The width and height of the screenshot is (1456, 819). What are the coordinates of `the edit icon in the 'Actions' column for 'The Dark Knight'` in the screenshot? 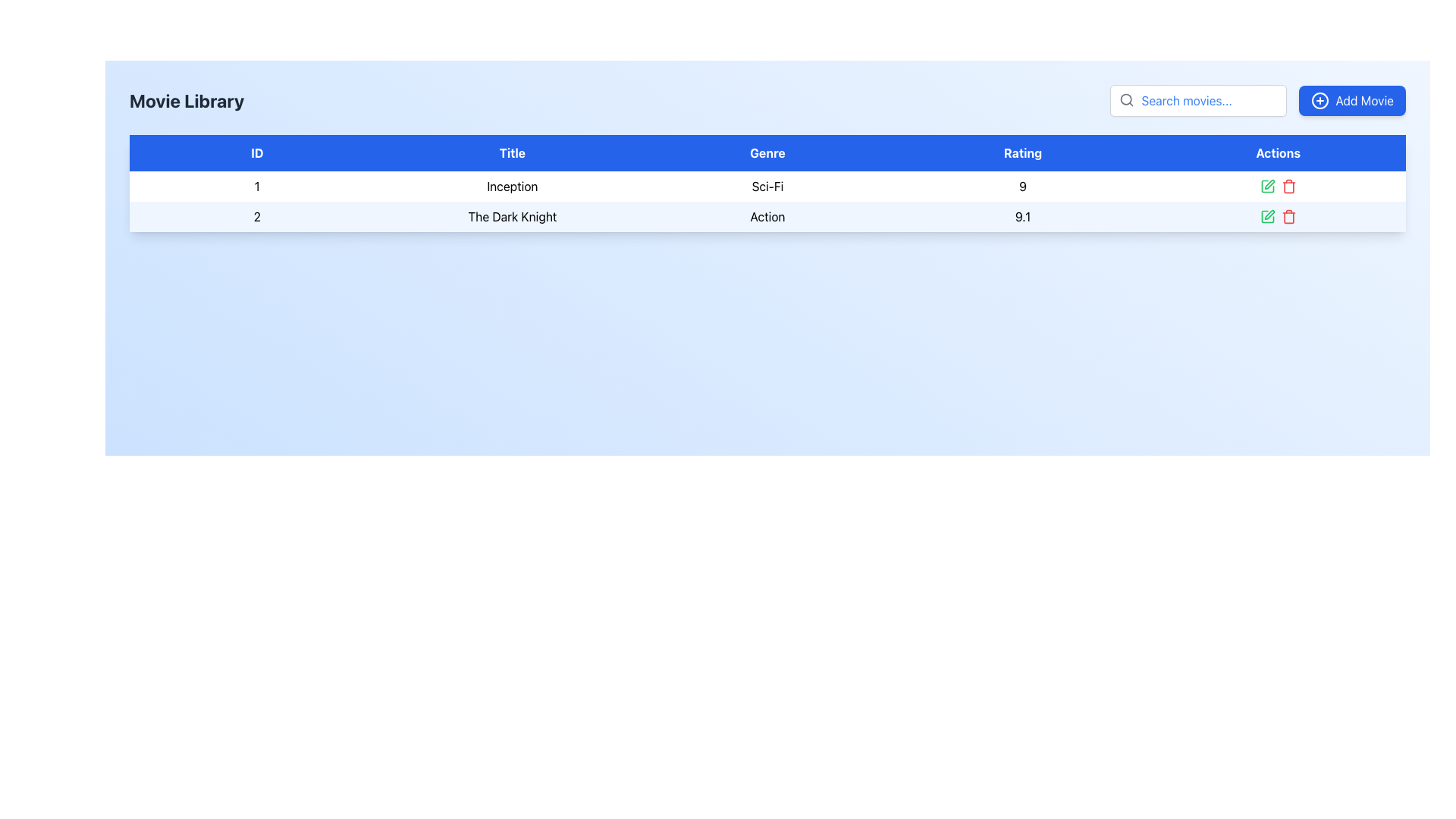 It's located at (1267, 216).